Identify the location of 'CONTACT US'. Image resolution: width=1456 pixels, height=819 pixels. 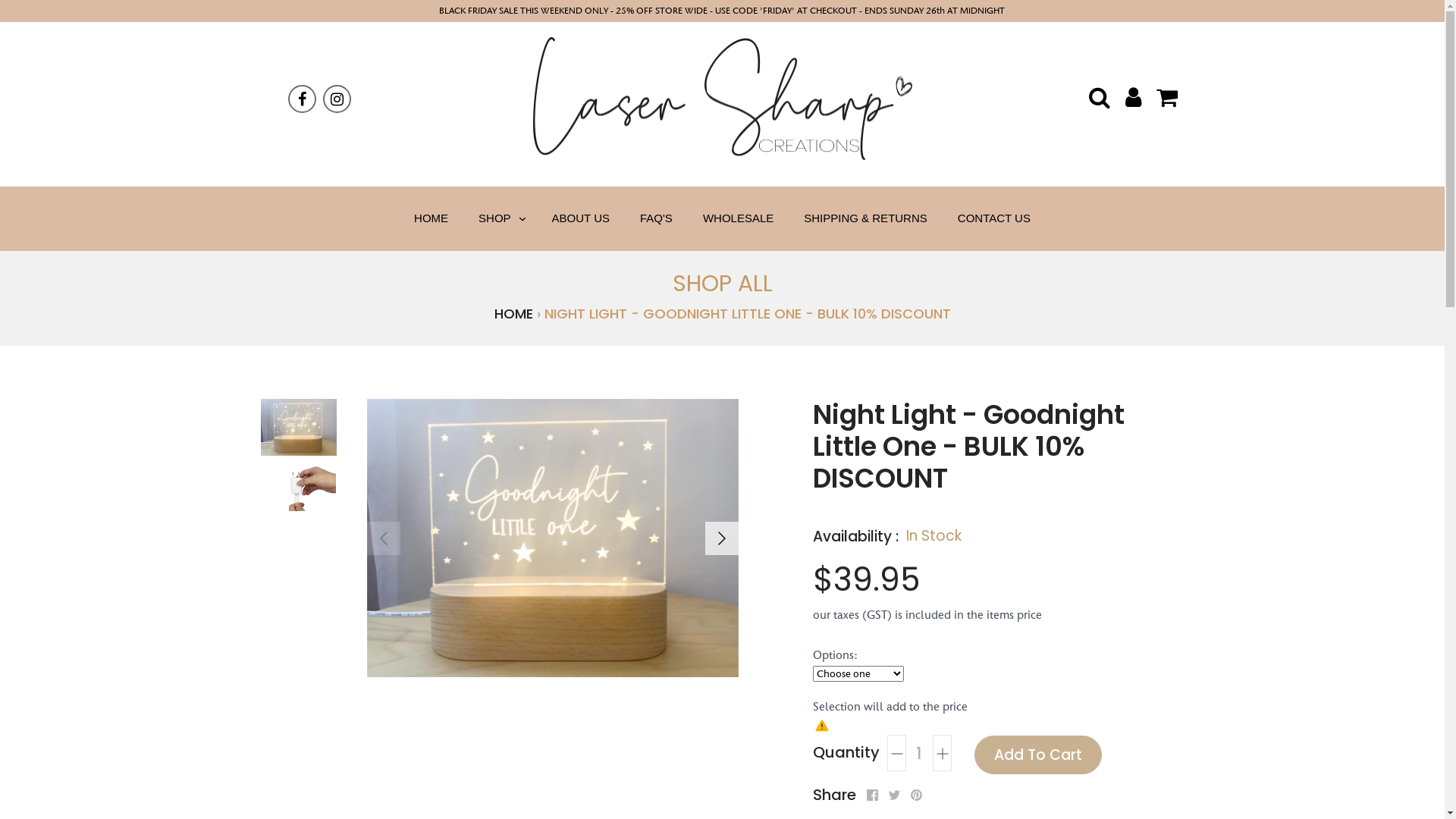
(993, 218).